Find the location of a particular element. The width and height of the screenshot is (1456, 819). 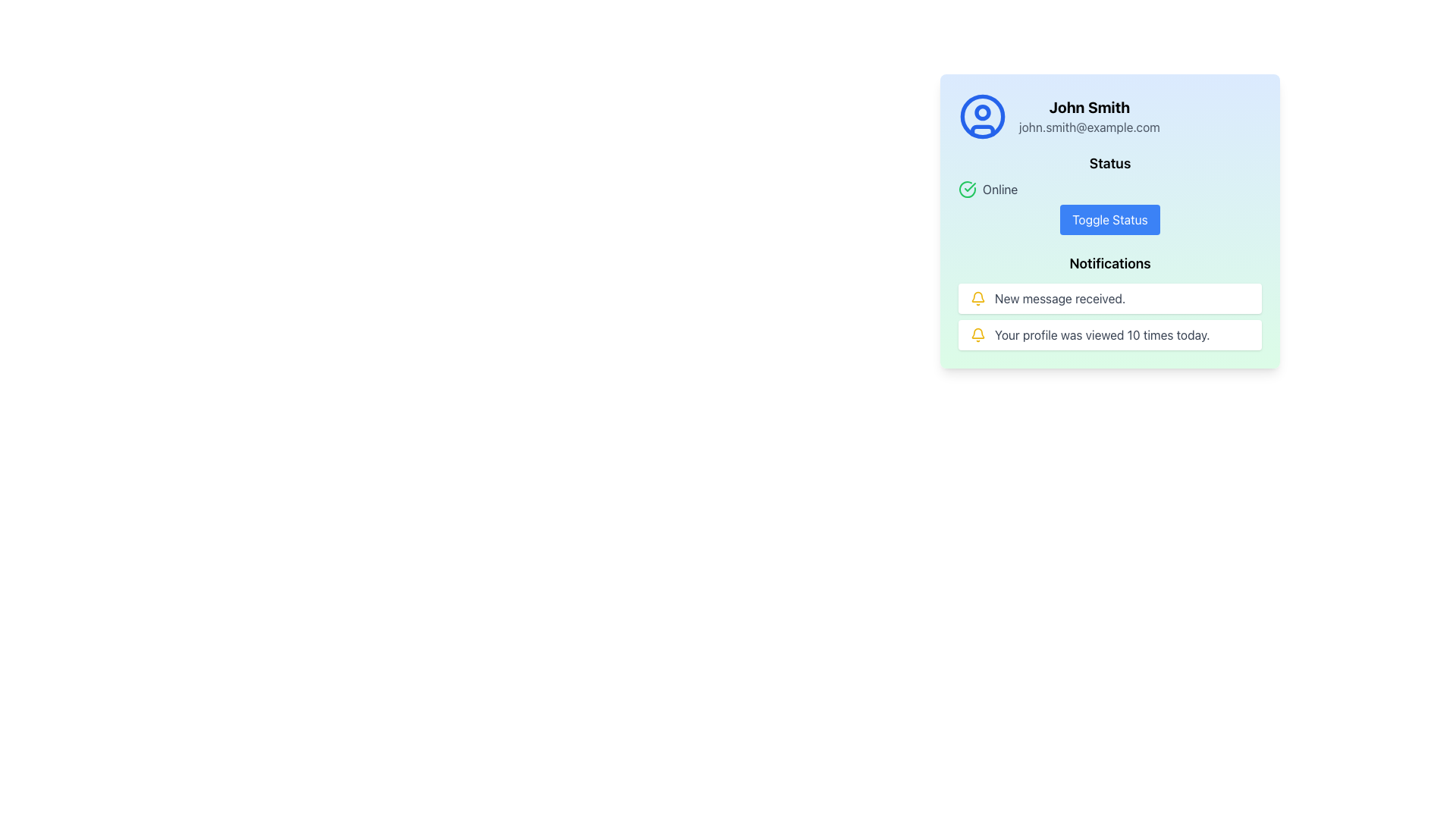

the toggle button located below the 'Online' status icon to change the user's online/offline status is located at coordinates (1110, 219).